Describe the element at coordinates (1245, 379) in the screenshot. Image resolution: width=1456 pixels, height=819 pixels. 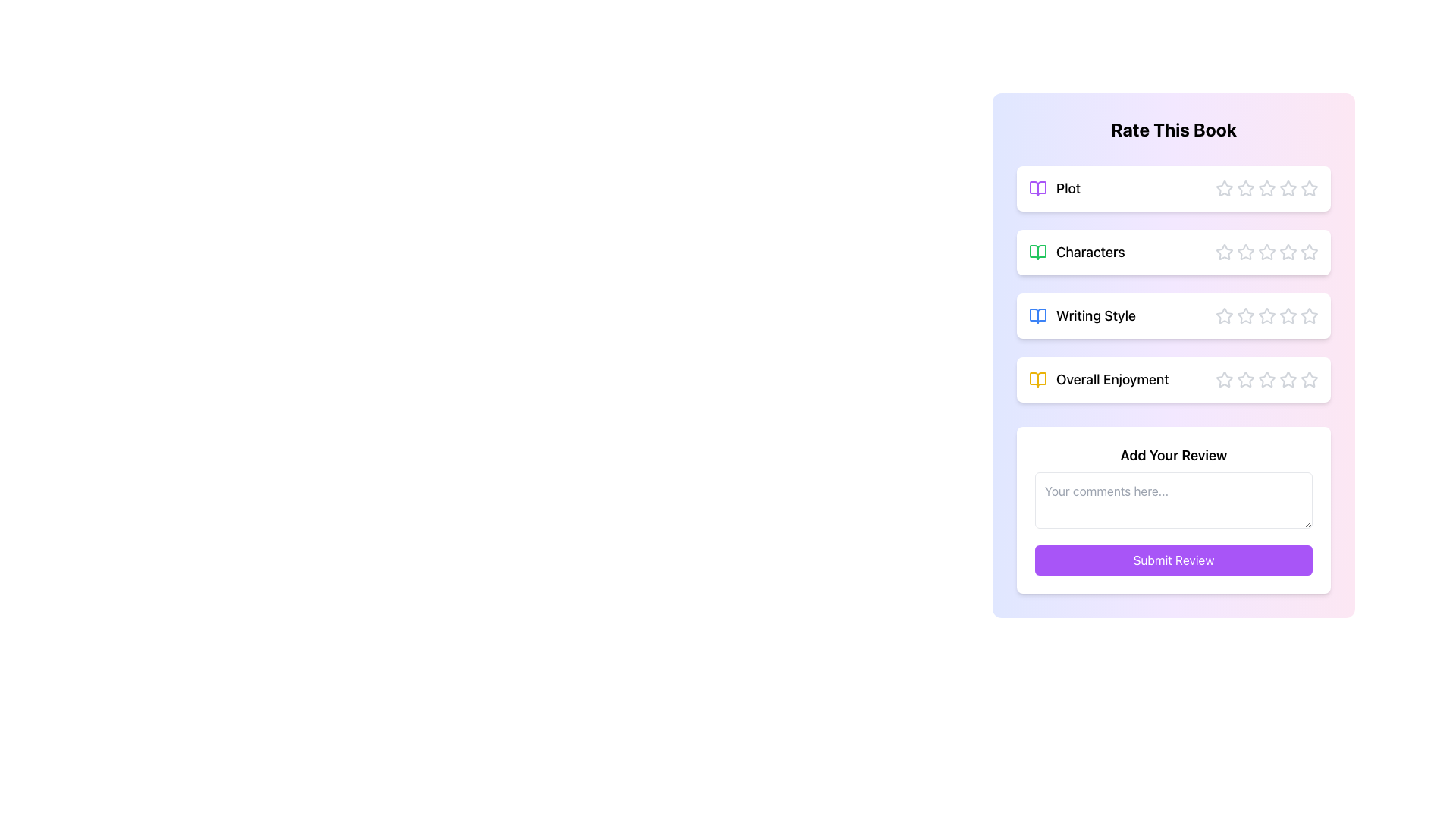
I see `the third Rating Star Icon` at that location.